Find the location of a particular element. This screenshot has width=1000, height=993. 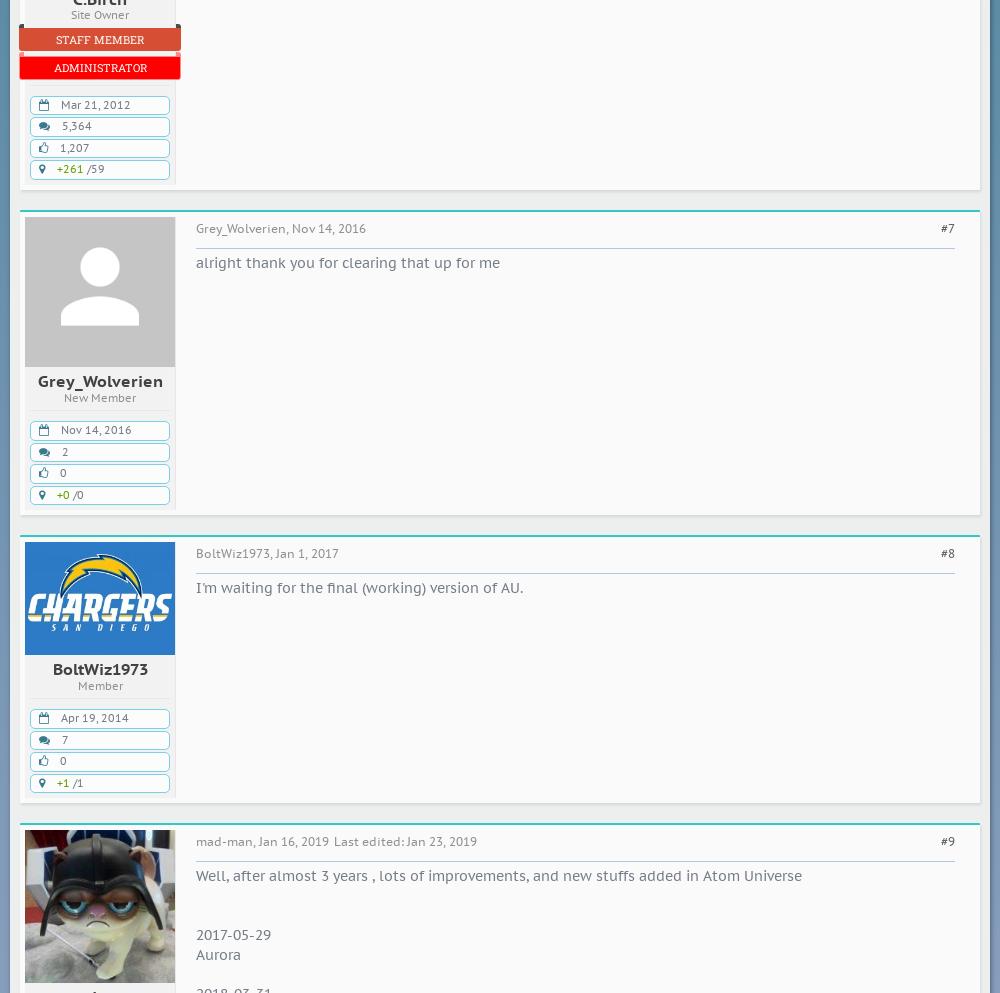

'mad-man' is located at coordinates (223, 840).